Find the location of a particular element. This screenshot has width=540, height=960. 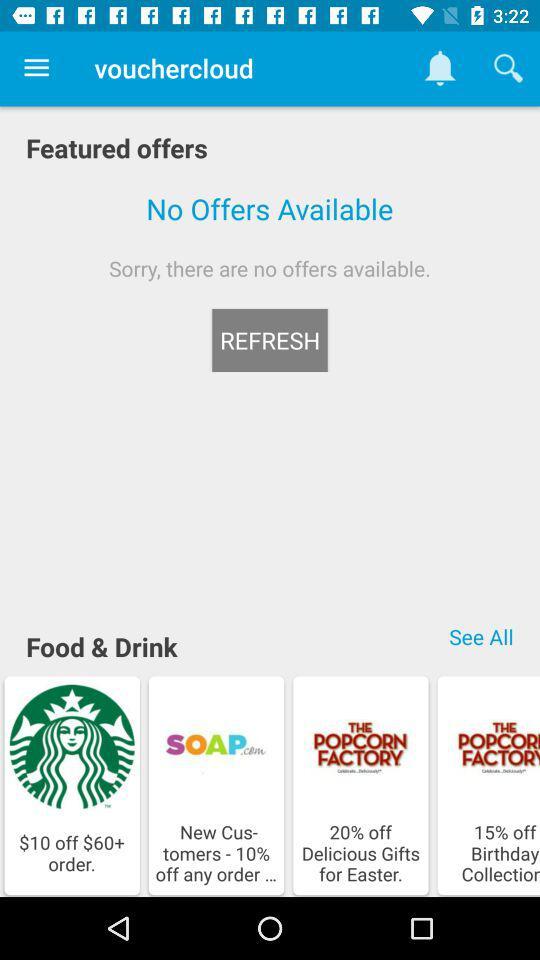

the see all icon is located at coordinates (480, 635).